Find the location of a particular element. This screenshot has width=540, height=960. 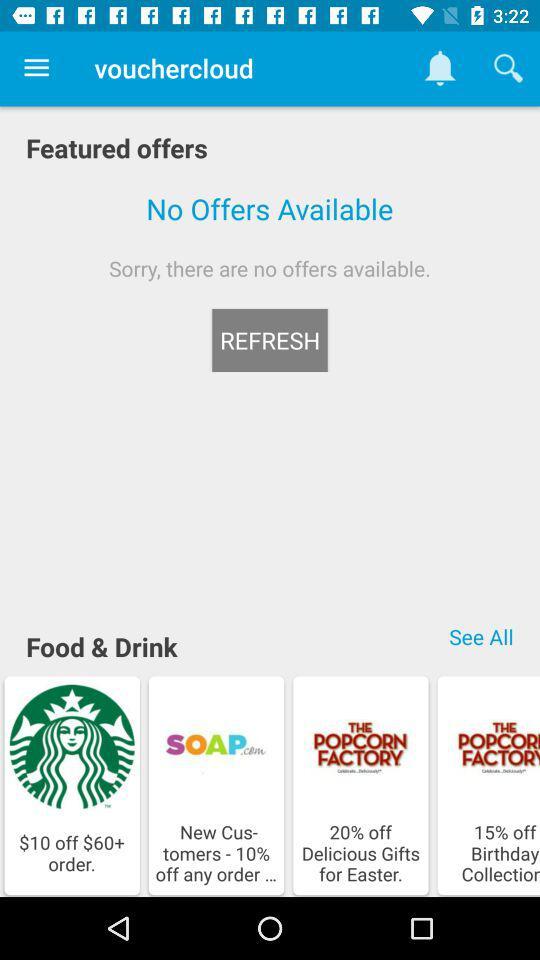

the see all icon is located at coordinates (480, 635).